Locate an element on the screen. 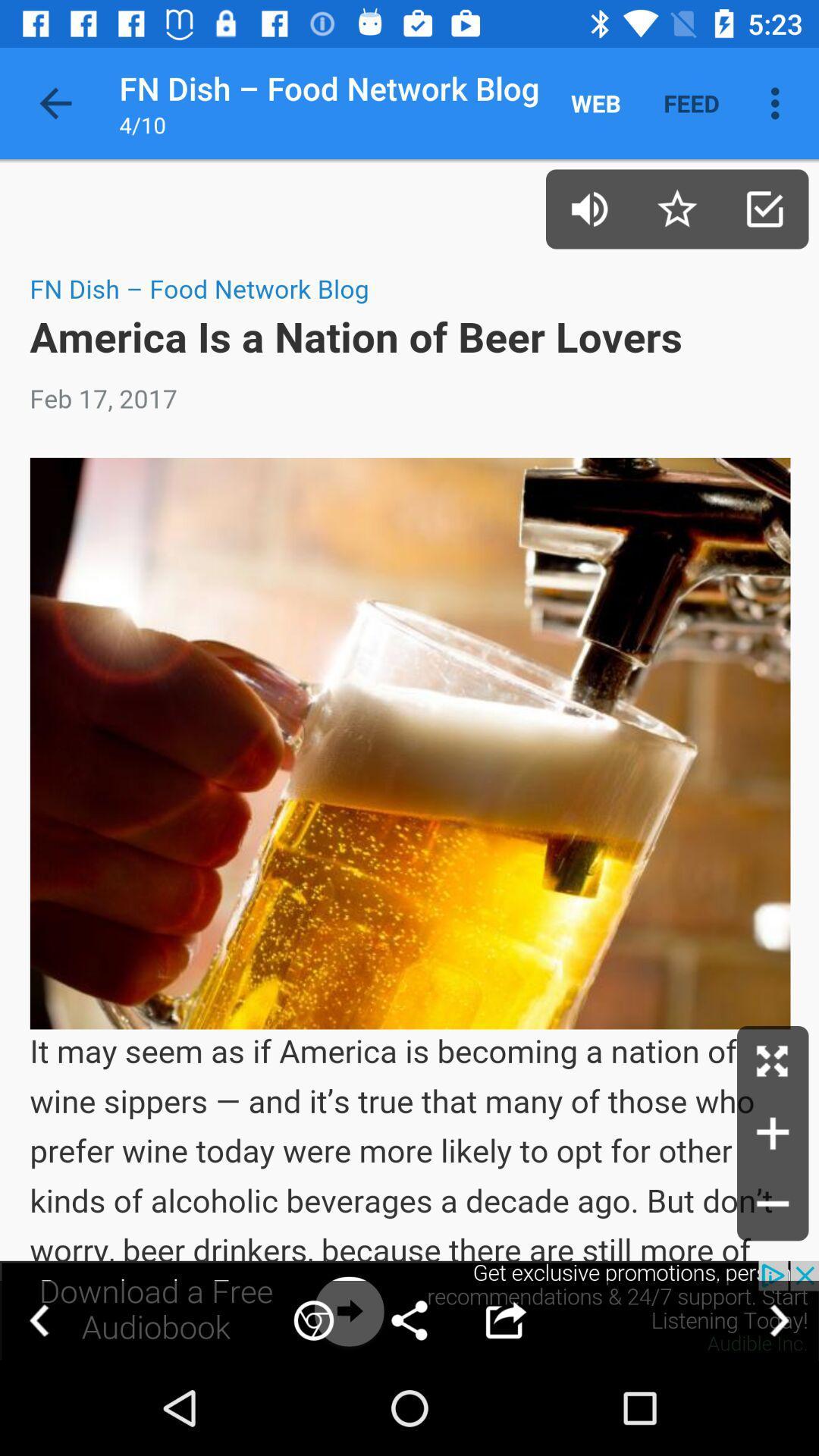 The width and height of the screenshot is (819, 1456). open the image is located at coordinates (773, 1061).